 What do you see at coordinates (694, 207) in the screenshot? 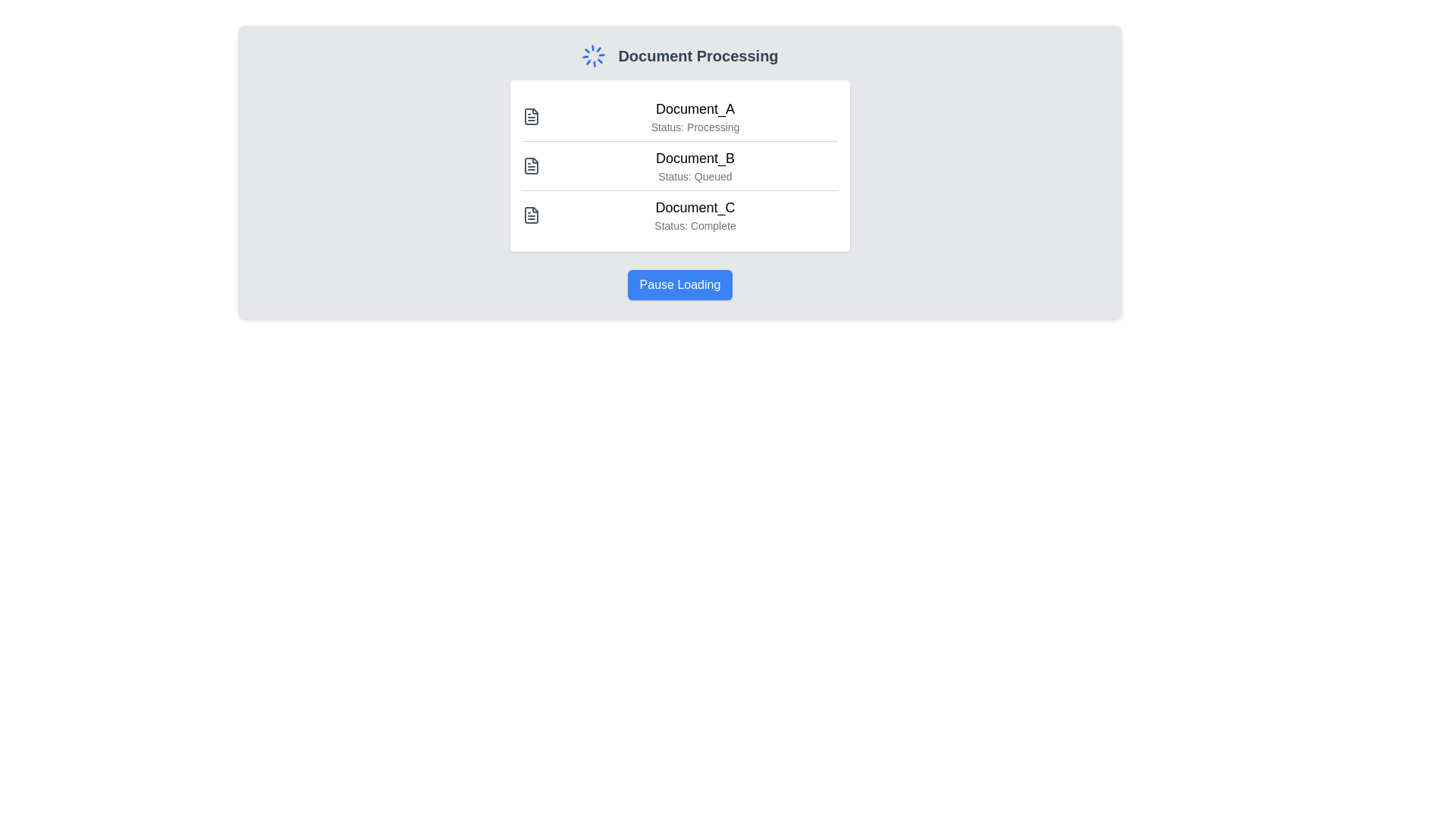
I see `the bold text label displaying 'Document_C', which is part of a list of documents and positioned above 'Status: Complete'` at bounding box center [694, 207].